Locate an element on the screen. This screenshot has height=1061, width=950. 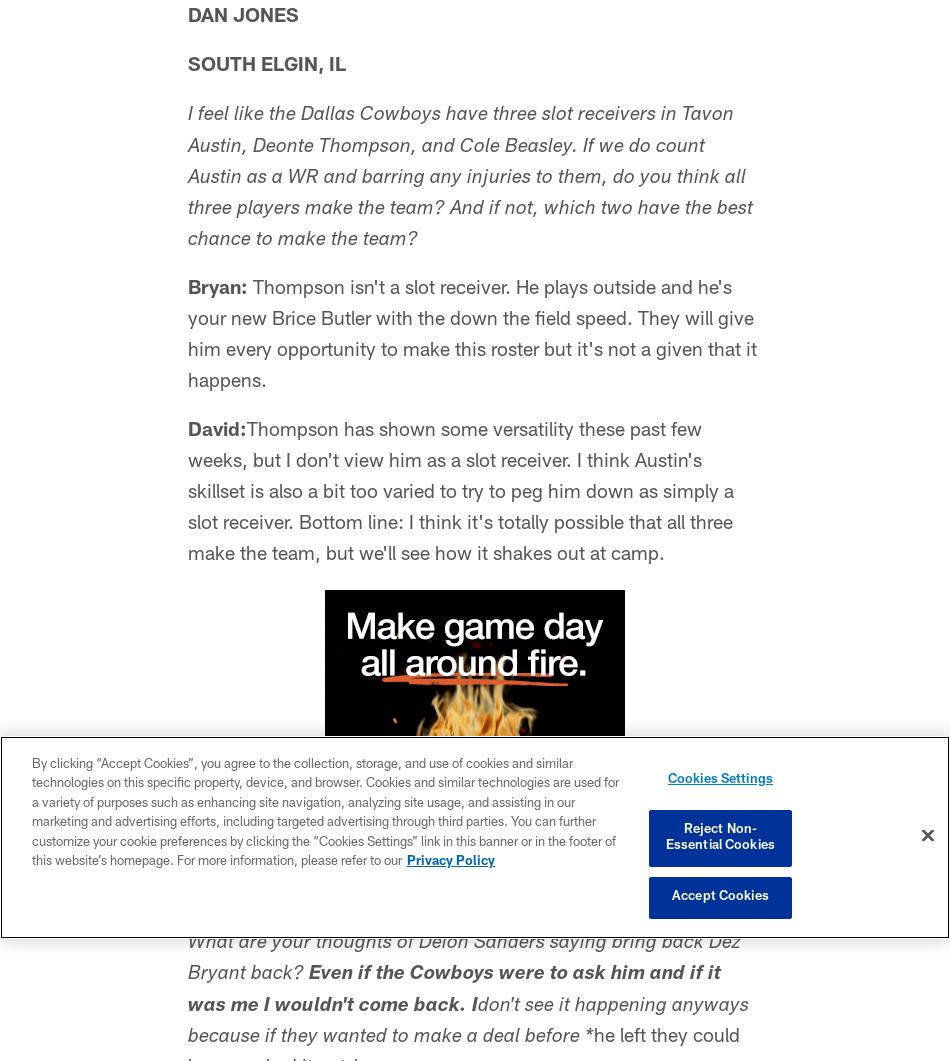
'Even if the Cowboys were to ask him and if it was me I wouldn't come back. I' is located at coordinates (453, 989).